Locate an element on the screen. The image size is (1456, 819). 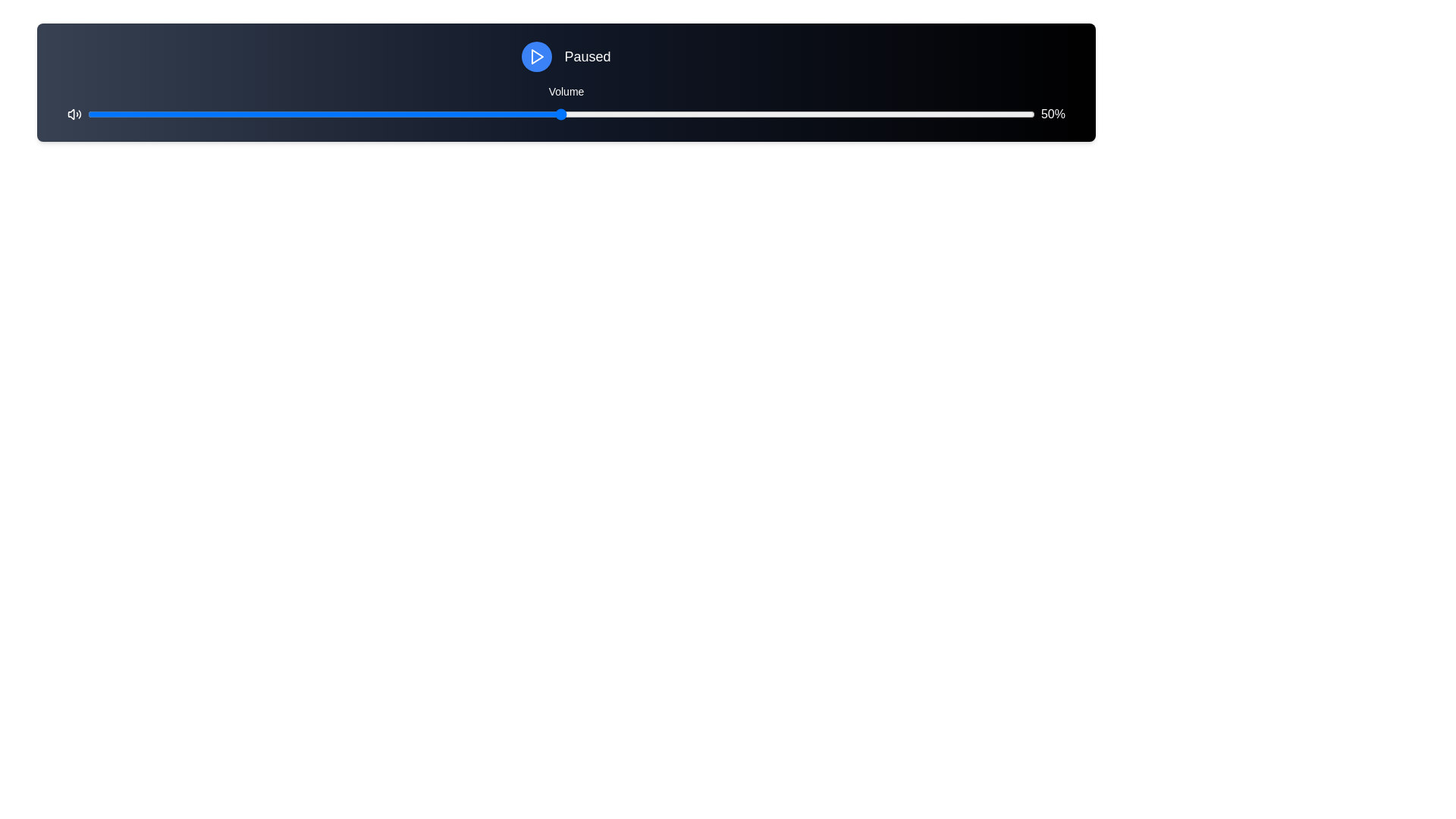
the volume is located at coordinates (172, 113).